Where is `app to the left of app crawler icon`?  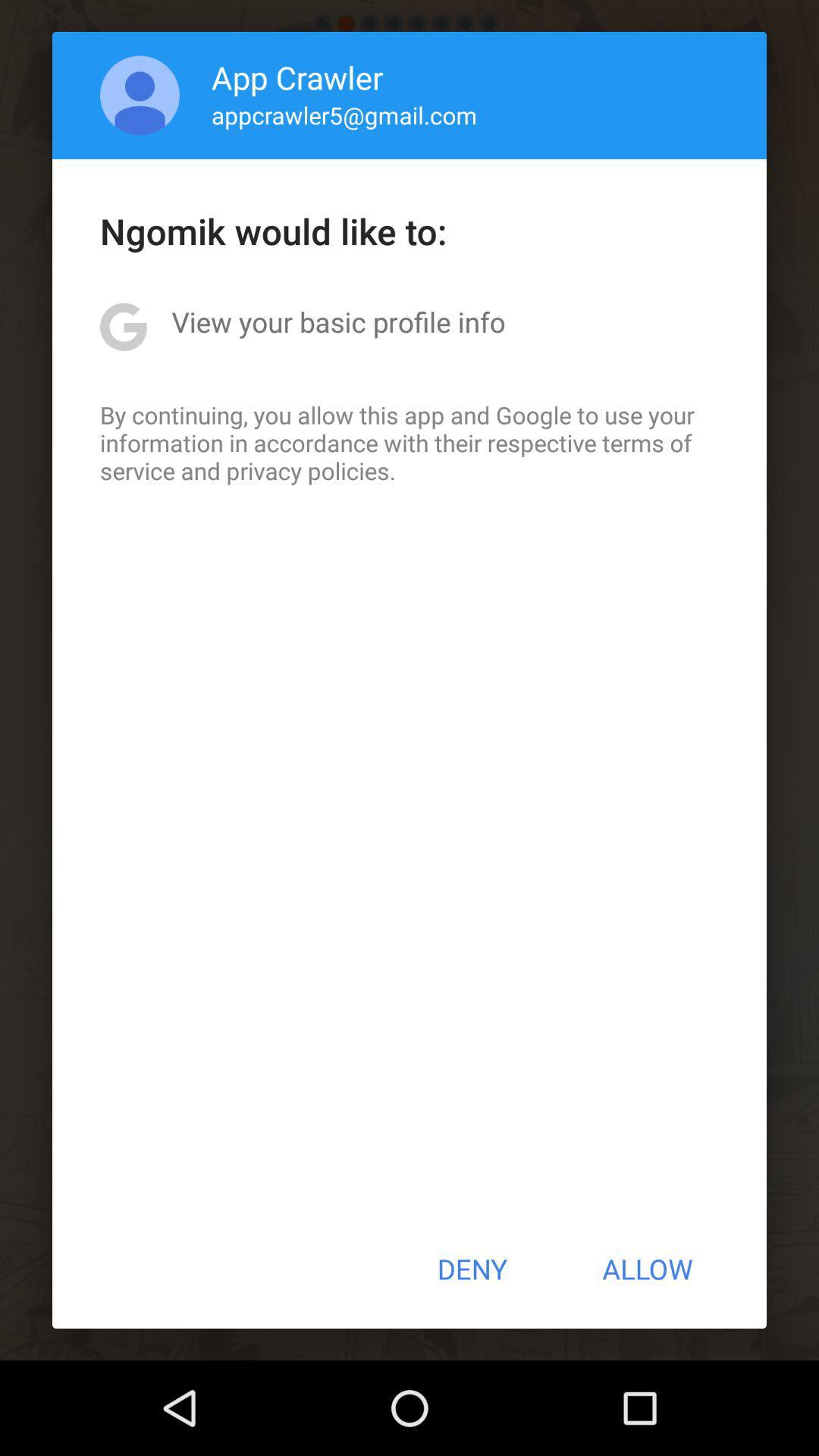
app to the left of app crawler icon is located at coordinates (140, 94).